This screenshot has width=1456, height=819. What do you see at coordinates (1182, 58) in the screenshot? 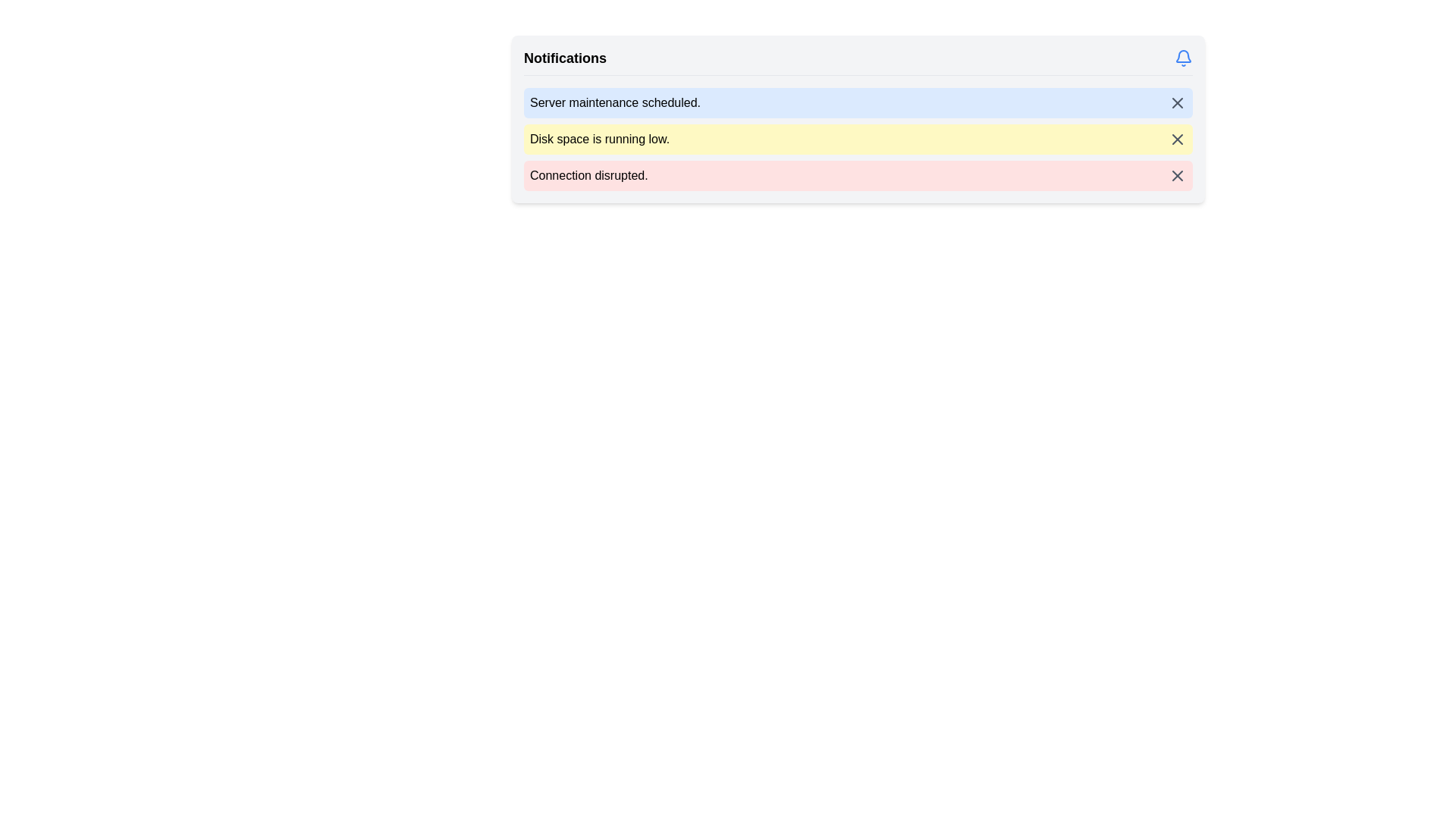
I see `the notification settings icon located at the top-right corner of the notification card header, adjacent to the title text 'Notifications.'` at bounding box center [1182, 58].